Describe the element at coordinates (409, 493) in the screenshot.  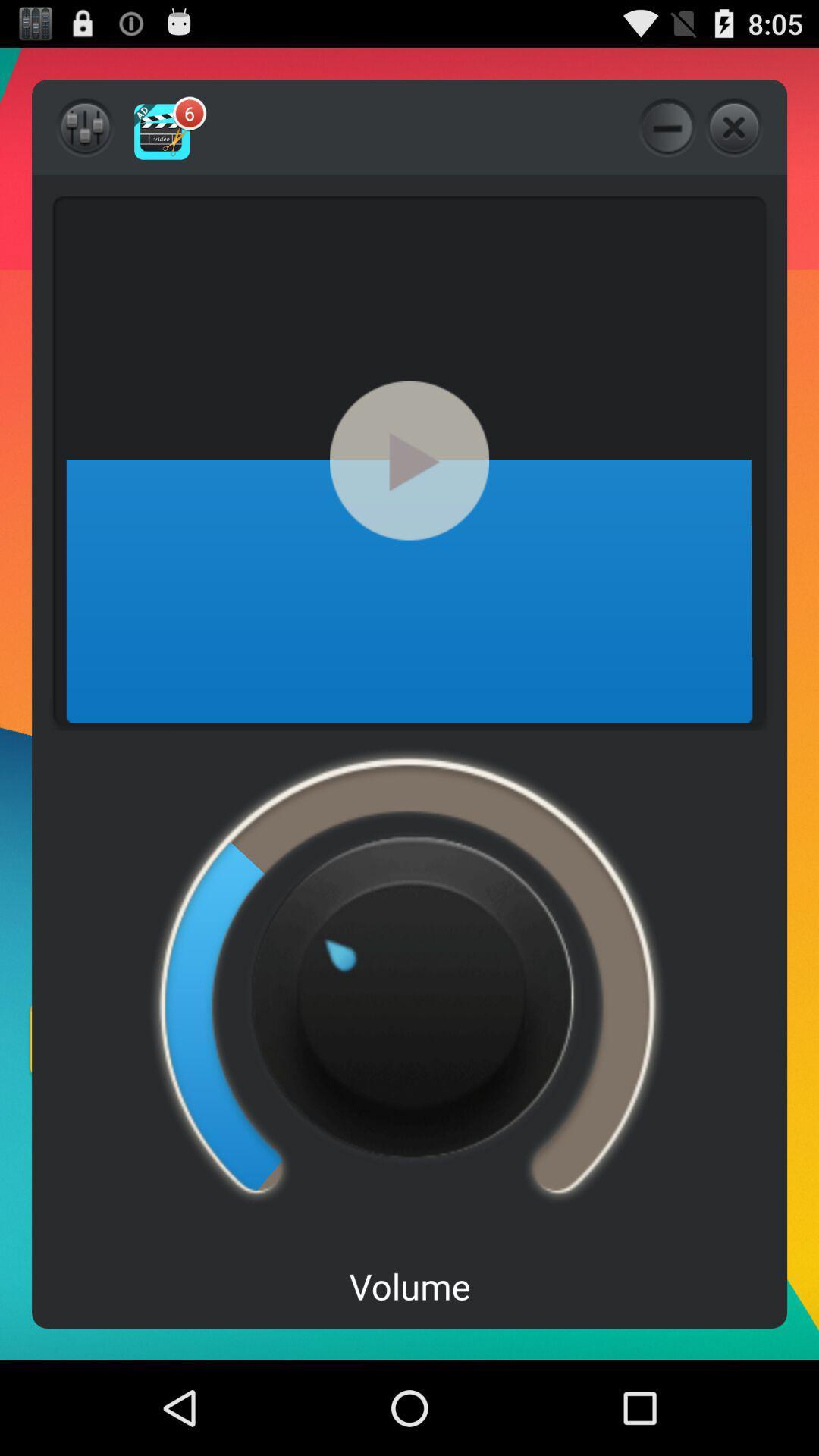
I see `the play icon` at that location.